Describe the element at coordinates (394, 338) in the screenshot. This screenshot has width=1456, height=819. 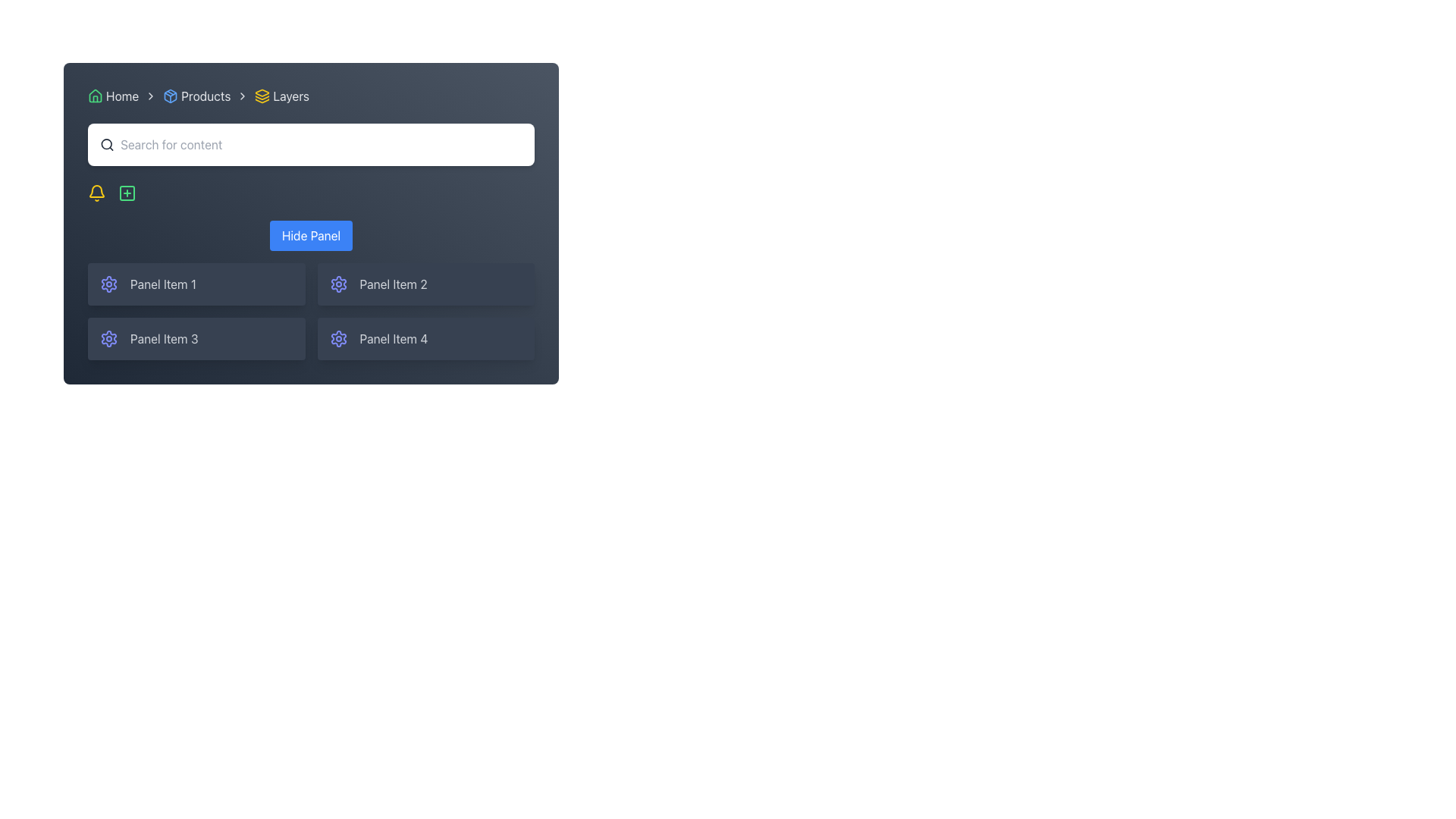
I see `text label 'Panel Item 4' located in the bottom right corner of a grid layout, styled in gray font within a dark rectangular panel` at that location.